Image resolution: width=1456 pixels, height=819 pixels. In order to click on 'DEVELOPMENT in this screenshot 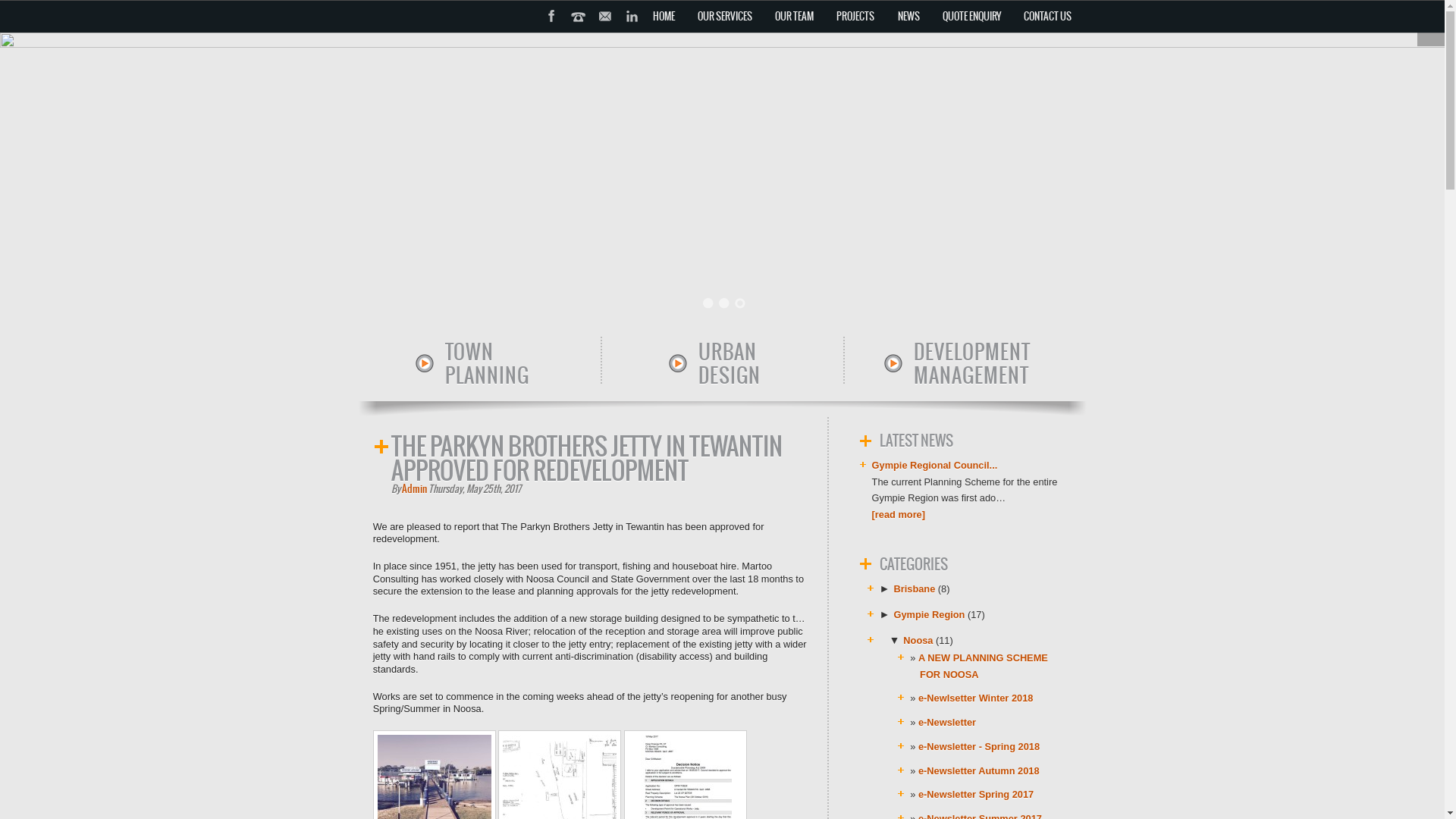, I will do `click(882, 363)`.